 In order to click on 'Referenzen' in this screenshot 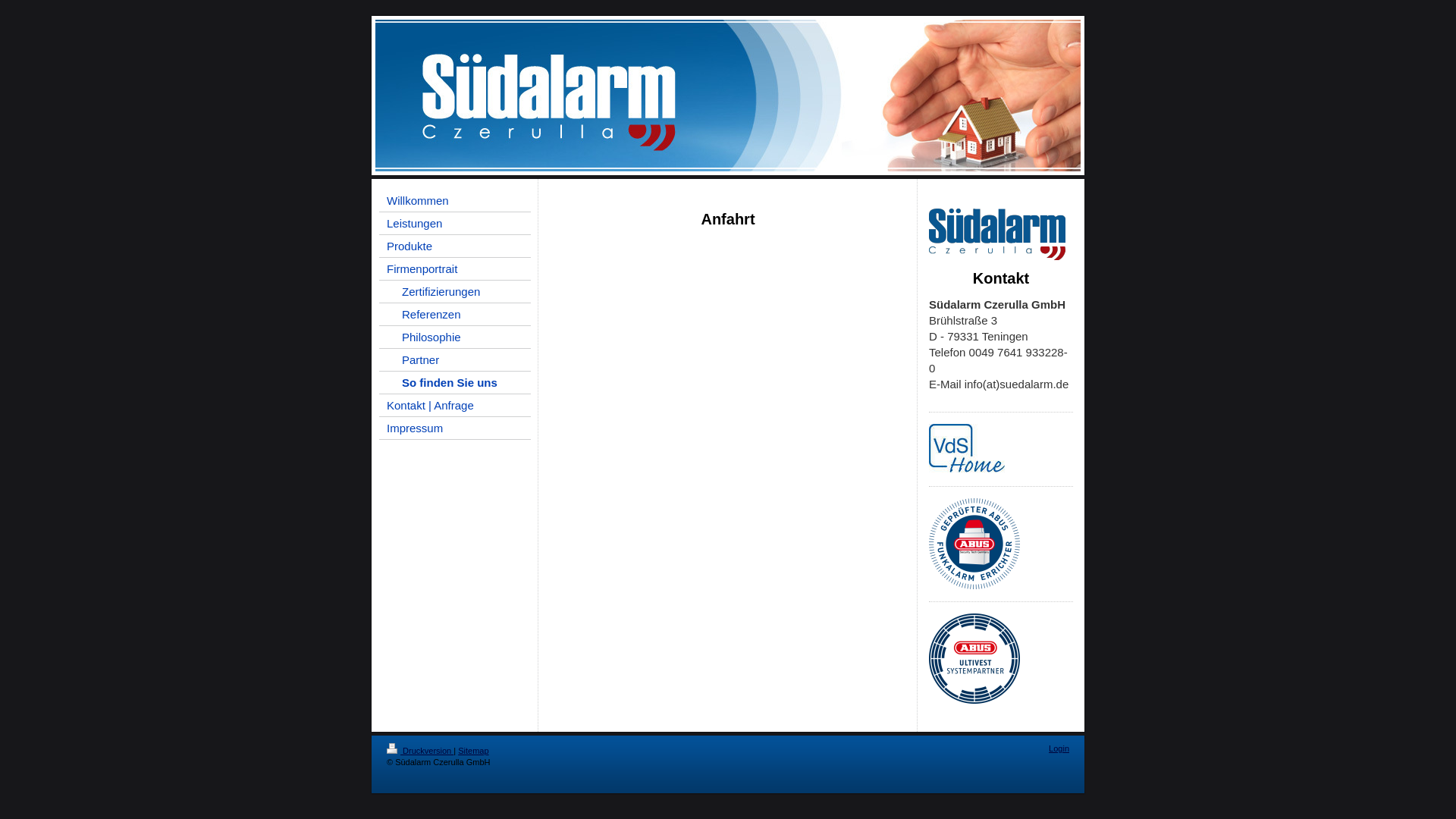, I will do `click(454, 314)`.